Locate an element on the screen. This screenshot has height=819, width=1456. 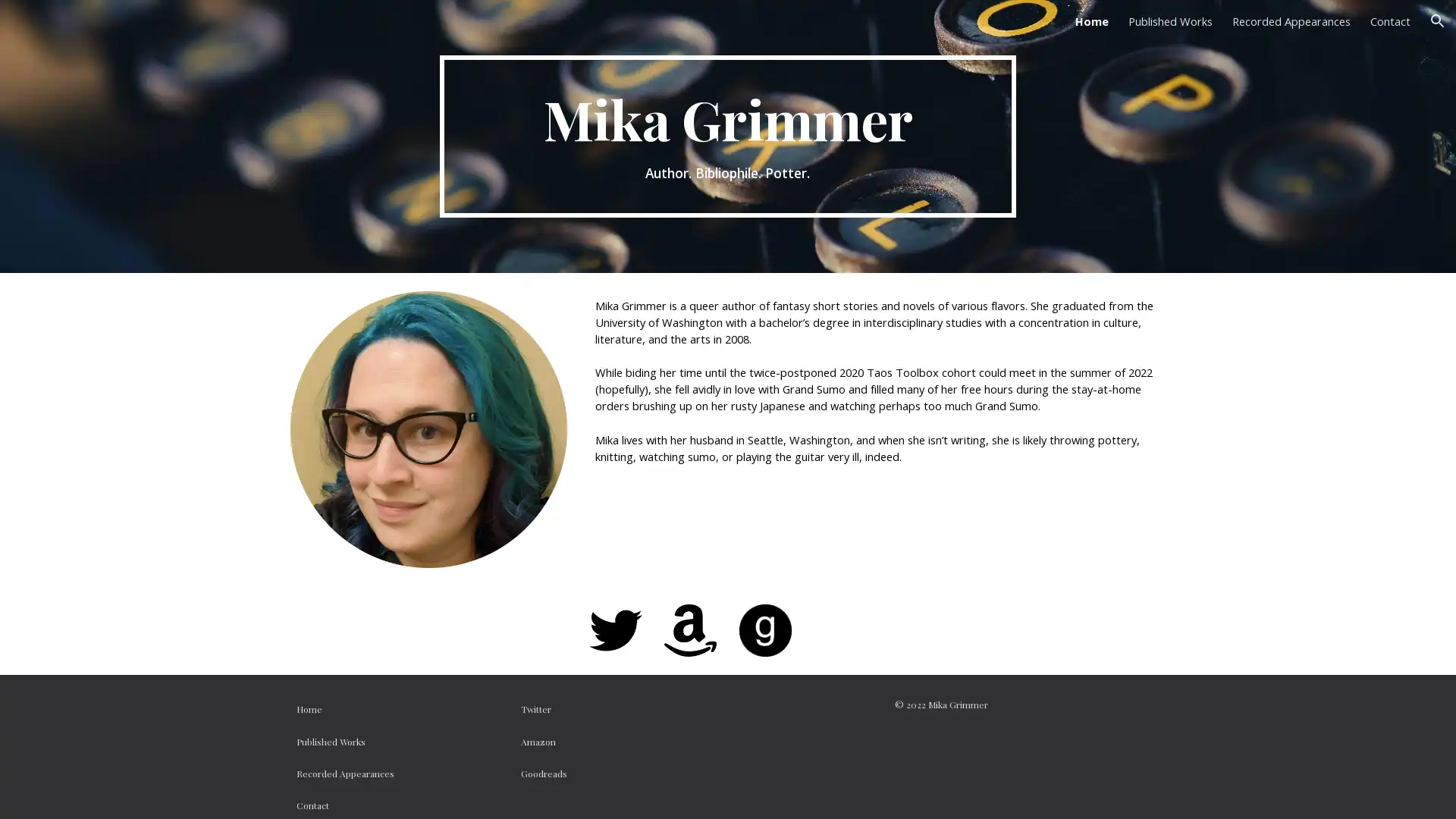
Google Sites is located at coordinates (73, 792).